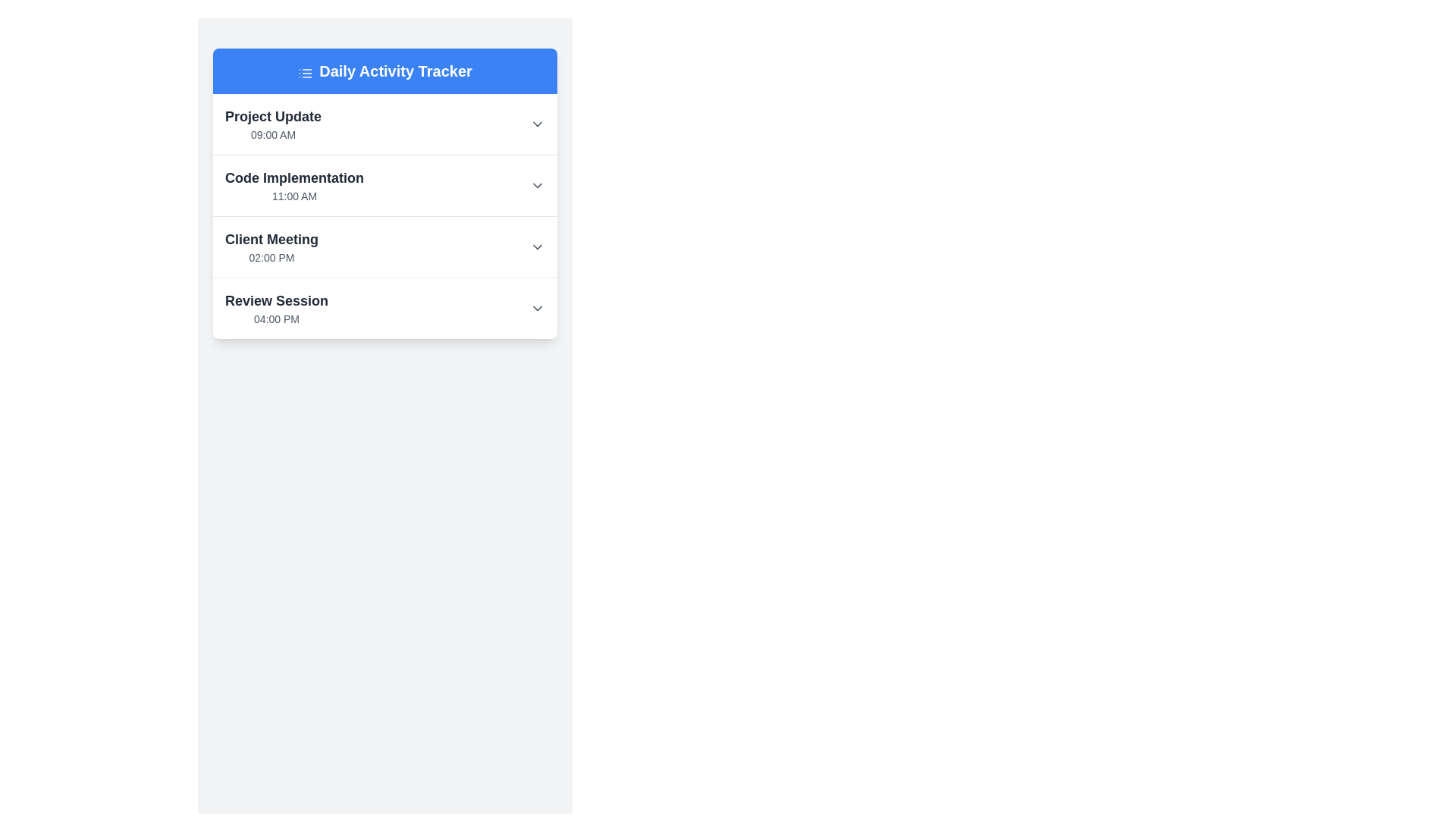  I want to click on the static text label 'Client Meeting', which serves as a header for an event scheduled at '02:00 PM', located in the third section of the vertically arranged list under 'Daily Activity Tracker', so click(271, 239).